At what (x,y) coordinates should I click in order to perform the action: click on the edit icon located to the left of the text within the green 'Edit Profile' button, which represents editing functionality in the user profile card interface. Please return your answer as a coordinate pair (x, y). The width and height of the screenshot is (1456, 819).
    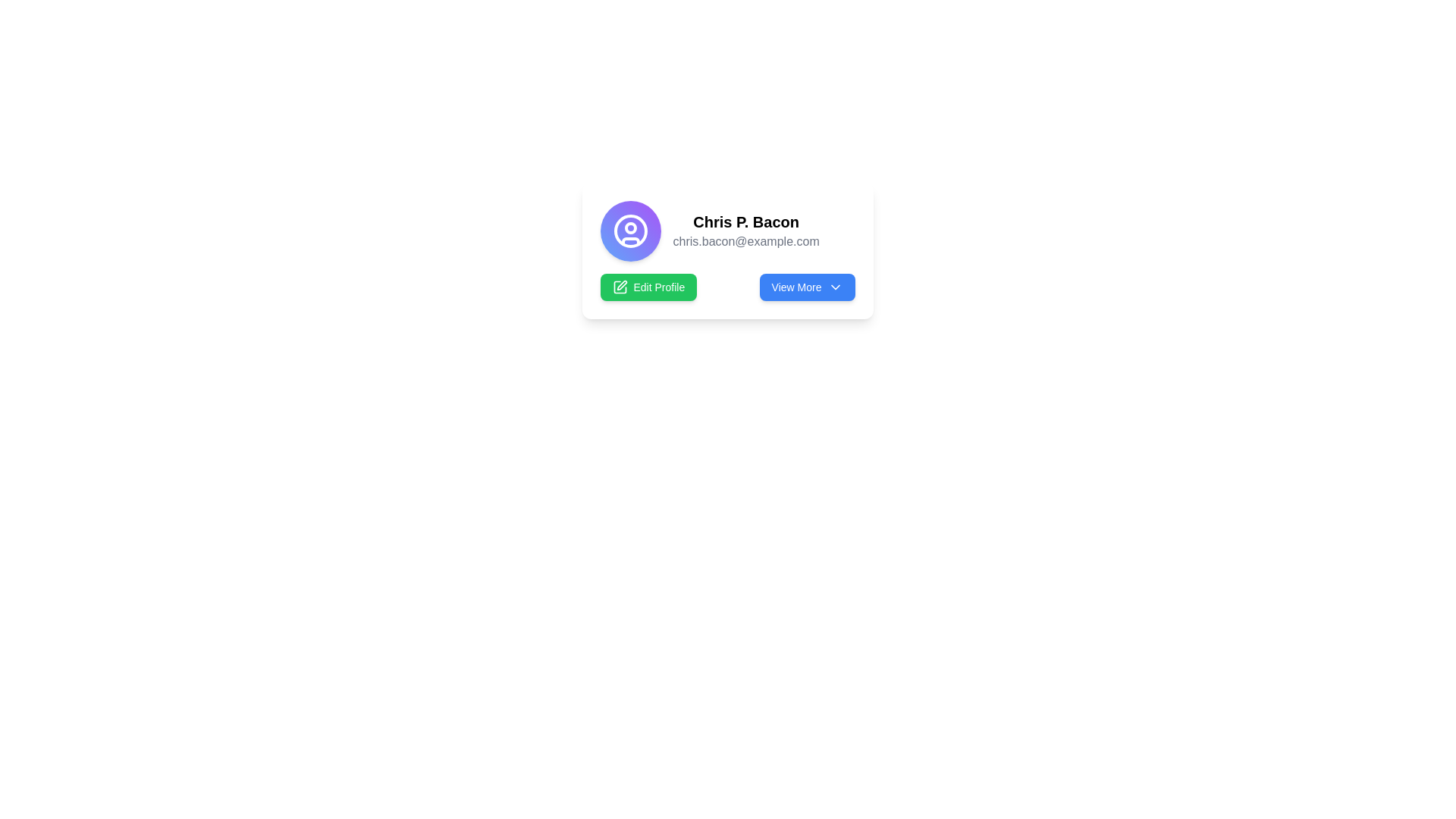
    Looking at the image, I should click on (620, 287).